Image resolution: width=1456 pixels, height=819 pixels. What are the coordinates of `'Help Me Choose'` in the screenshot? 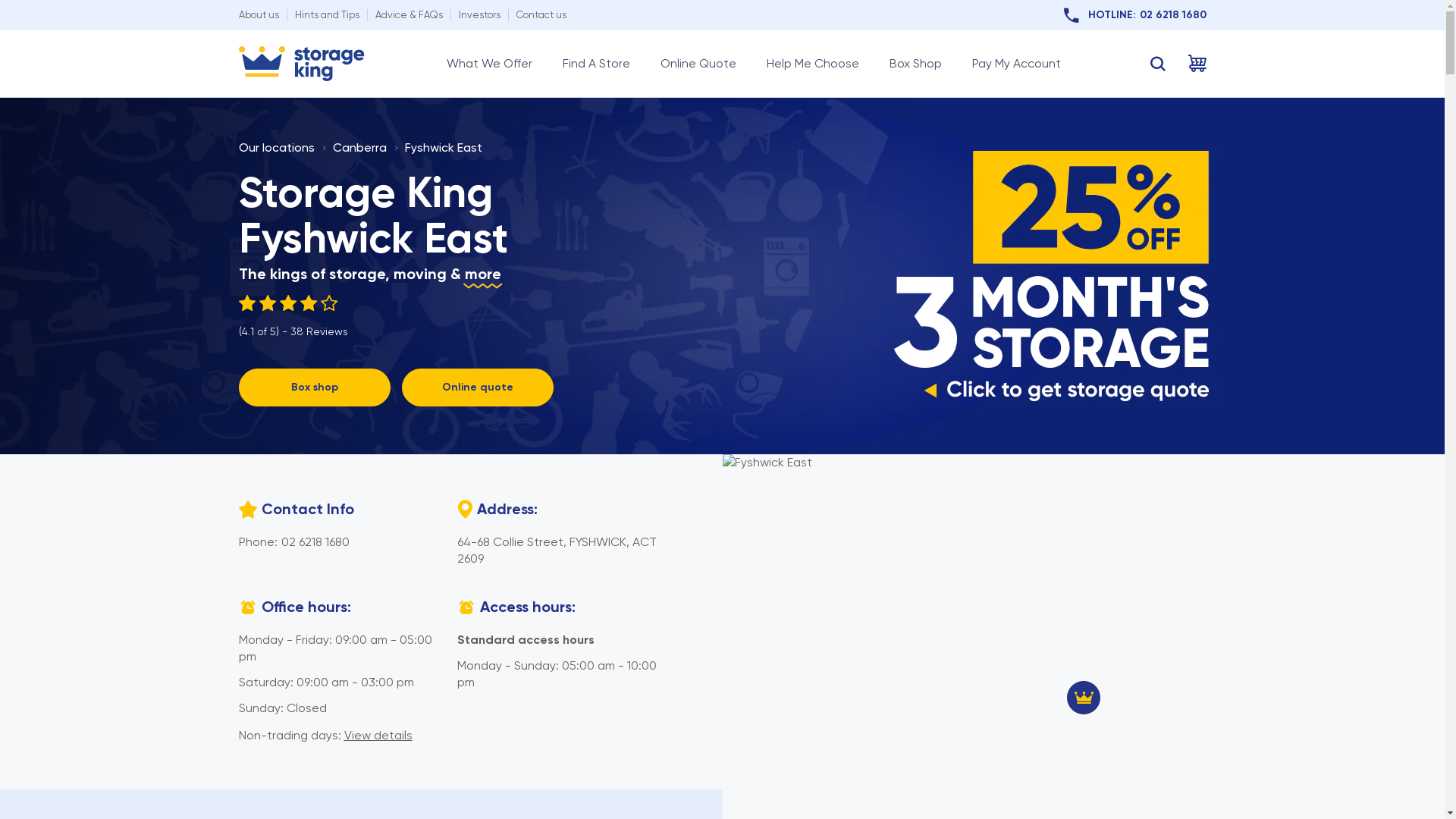 It's located at (811, 63).